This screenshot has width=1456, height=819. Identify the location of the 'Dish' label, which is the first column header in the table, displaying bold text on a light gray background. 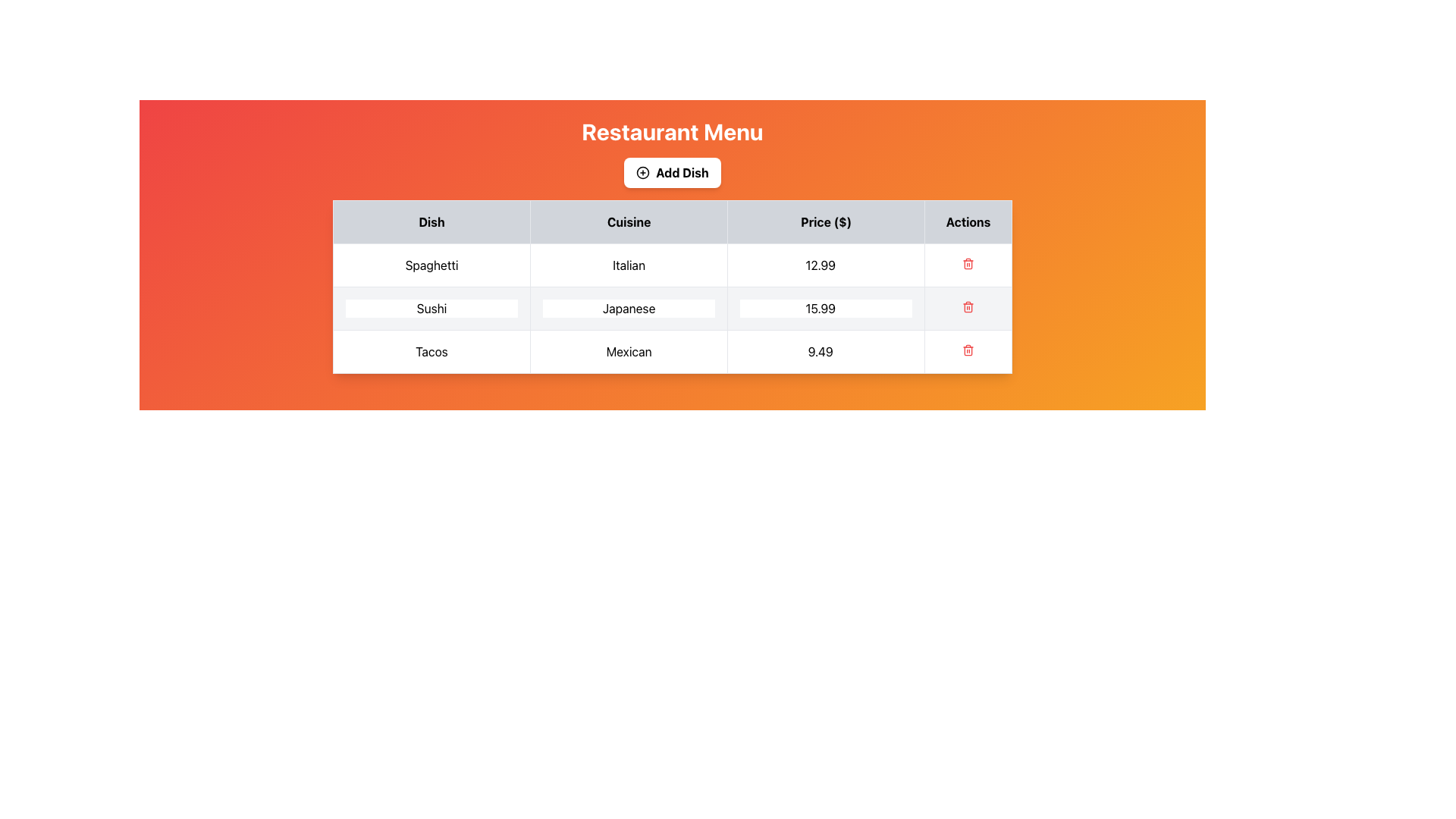
(431, 222).